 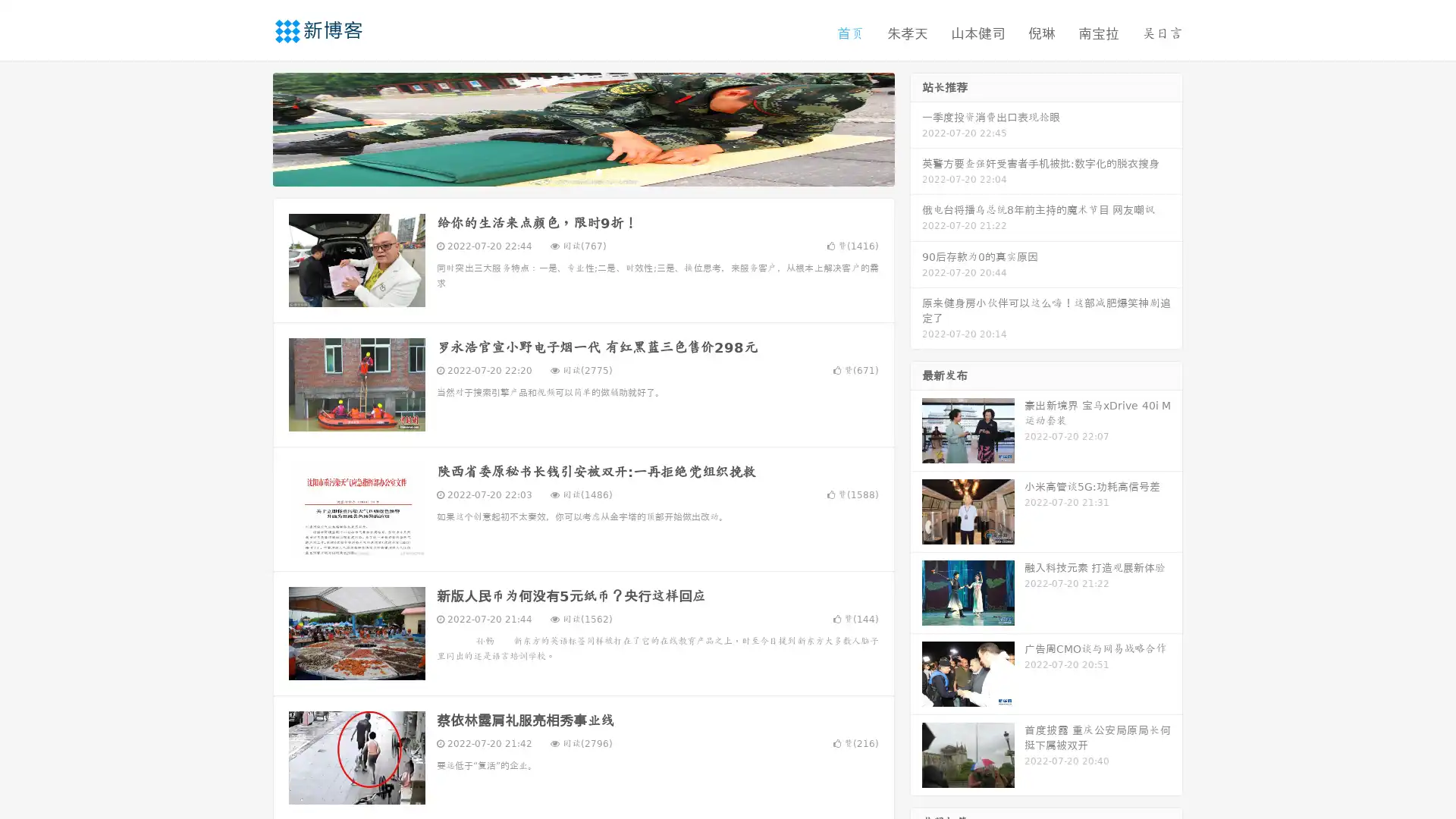 What do you see at coordinates (916, 127) in the screenshot?
I see `Next slide` at bounding box center [916, 127].